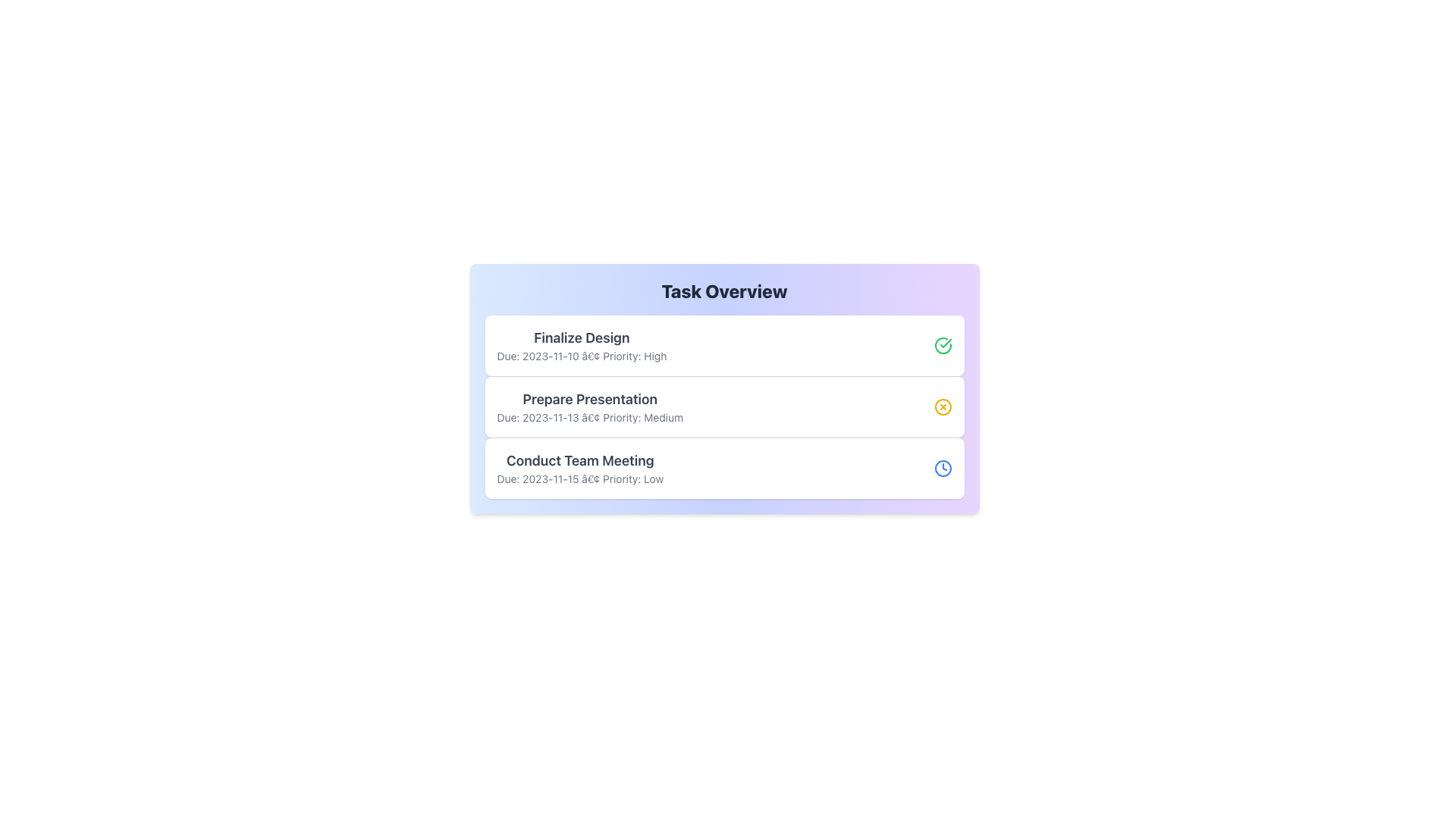 Image resolution: width=1456 pixels, height=819 pixels. I want to click on the label displaying 'Due: 2023-11-10 • Priority: High', which is positioned below the main task title 'Finalize Design' in the task list, so click(581, 356).